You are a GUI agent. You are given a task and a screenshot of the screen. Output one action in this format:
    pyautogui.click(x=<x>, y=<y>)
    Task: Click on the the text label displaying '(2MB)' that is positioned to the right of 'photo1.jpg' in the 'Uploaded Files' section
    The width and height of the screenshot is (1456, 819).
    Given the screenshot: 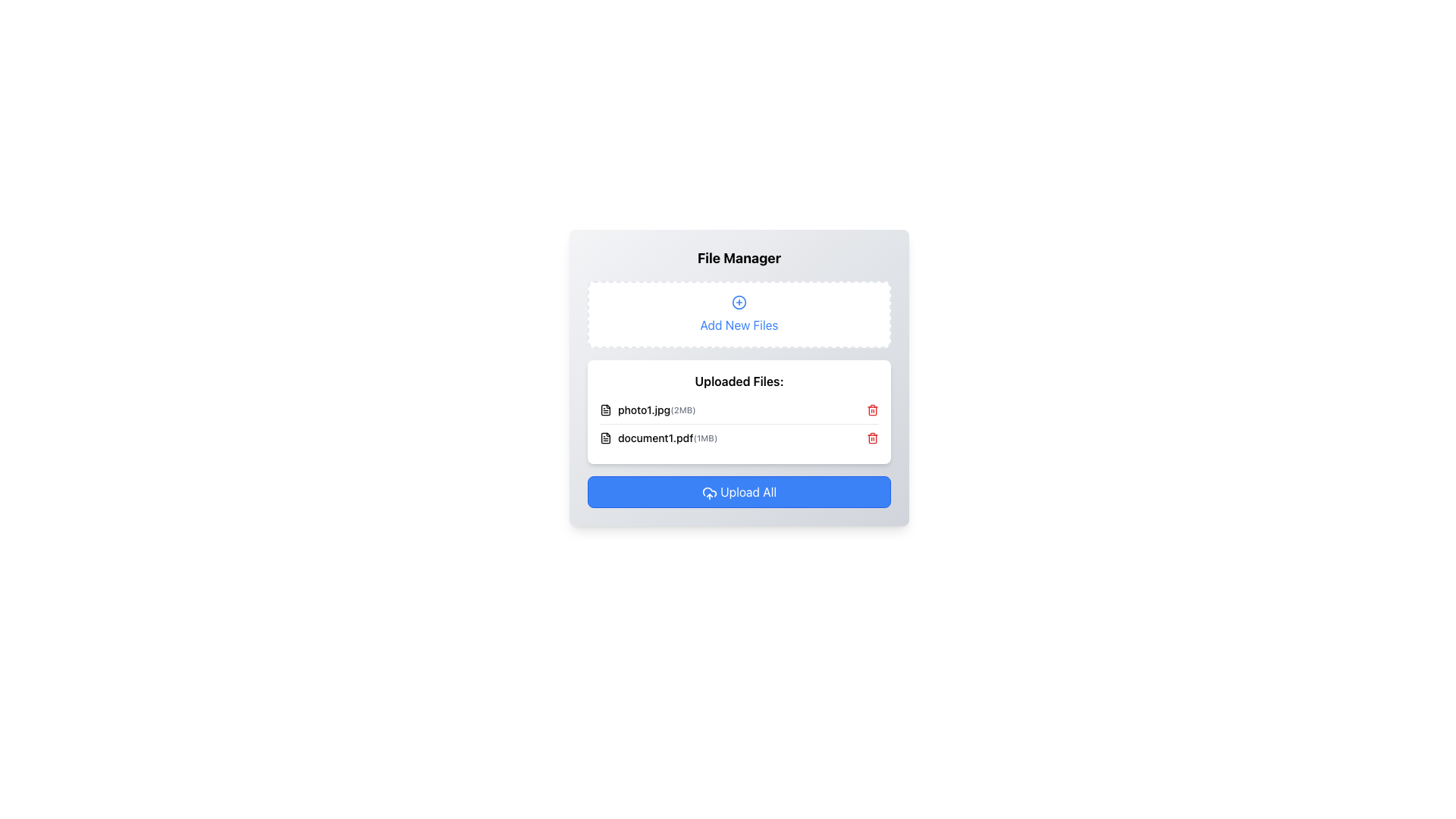 What is the action you would take?
    pyautogui.click(x=682, y=409)
    